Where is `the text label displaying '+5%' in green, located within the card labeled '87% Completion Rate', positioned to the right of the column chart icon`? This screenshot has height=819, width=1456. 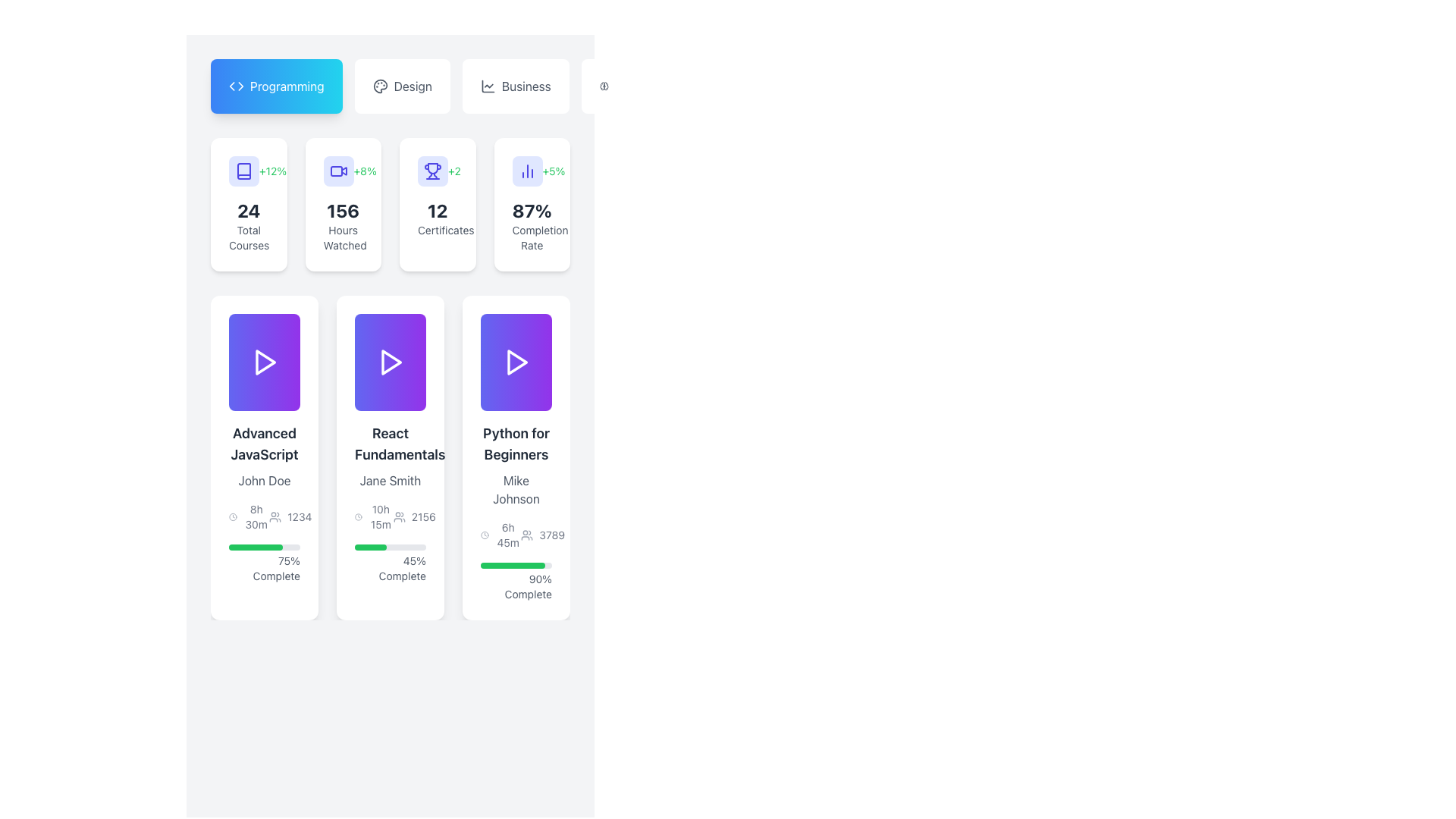 the text label displaying '+5%' in green, located within the card labeled '87% Completion Rate', positioned to the right of the column chart icon is located at coordinates (532, 171).